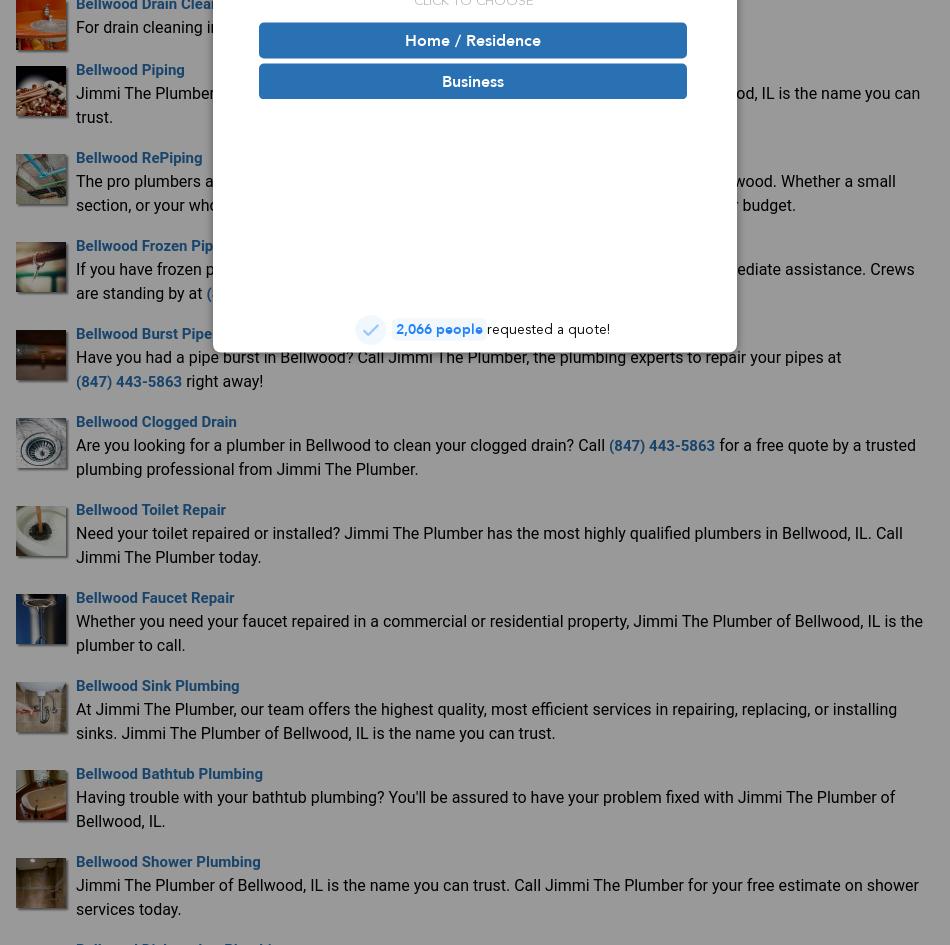 The height and width of the screenshot is (945, 950). Describe the element at coordinates (488, 544) in the screenshot. I see `'Need your toilet repaired or installed? Jimmi The Plumber has the most highly qualified plumbers in Bellwood, IL. Call Jimmi The Plumber today.'` at that location.